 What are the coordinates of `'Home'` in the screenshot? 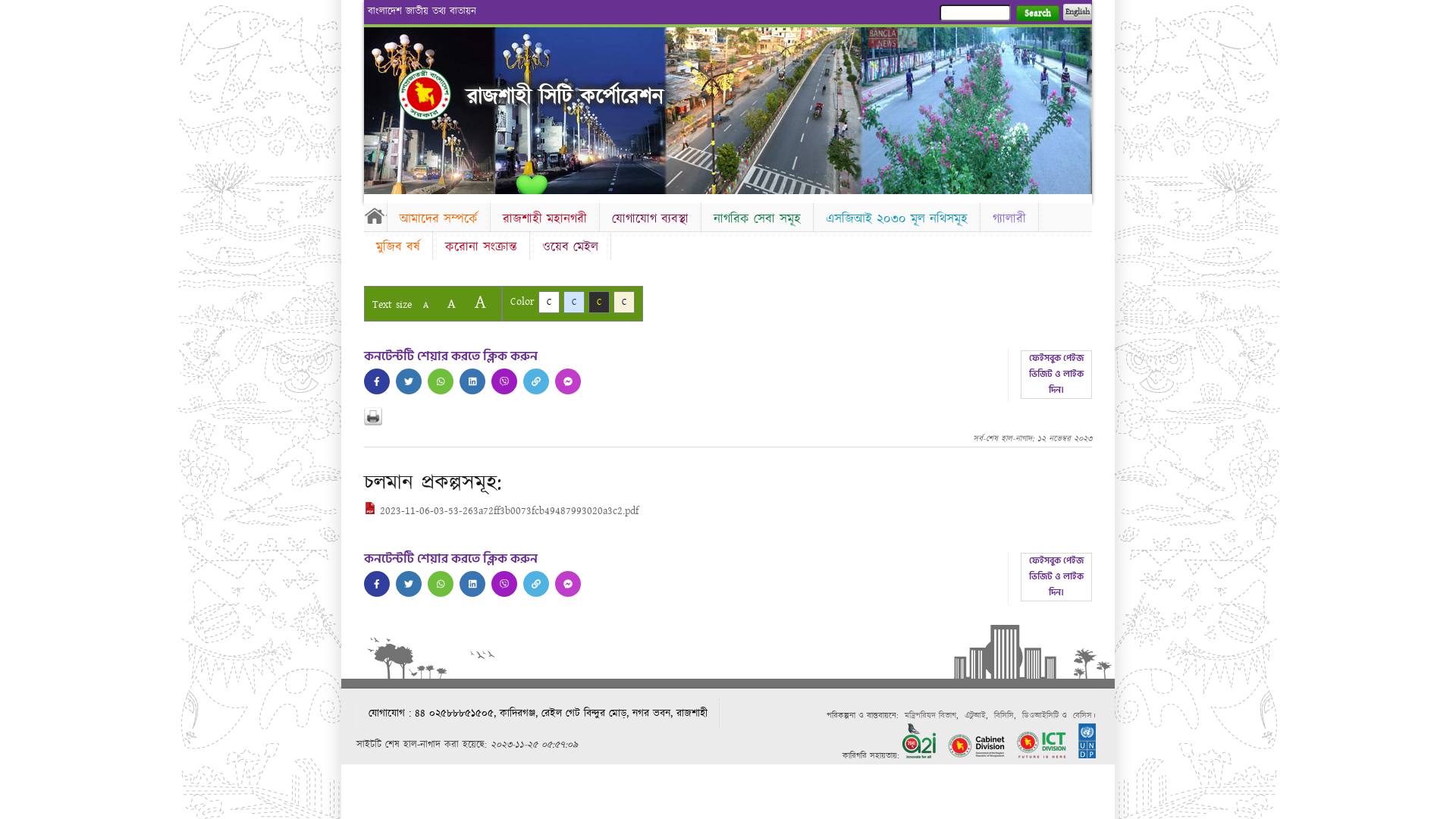 It's located at (397, 93).